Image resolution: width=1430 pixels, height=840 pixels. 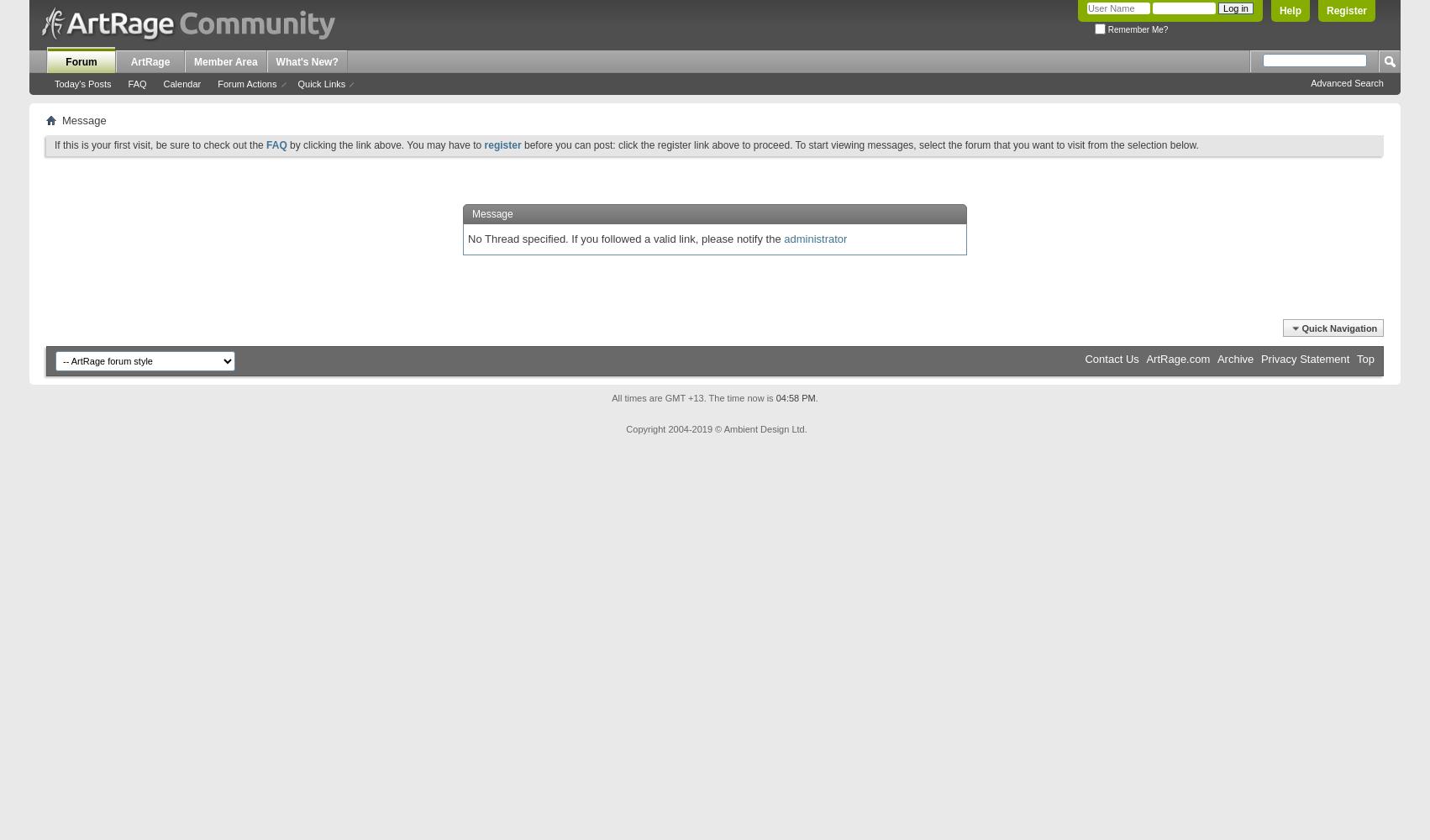 What do you see at coordinates (1217, 358) in the screenshot?
I see `'Archive'` at bounding box center [1217, 358].